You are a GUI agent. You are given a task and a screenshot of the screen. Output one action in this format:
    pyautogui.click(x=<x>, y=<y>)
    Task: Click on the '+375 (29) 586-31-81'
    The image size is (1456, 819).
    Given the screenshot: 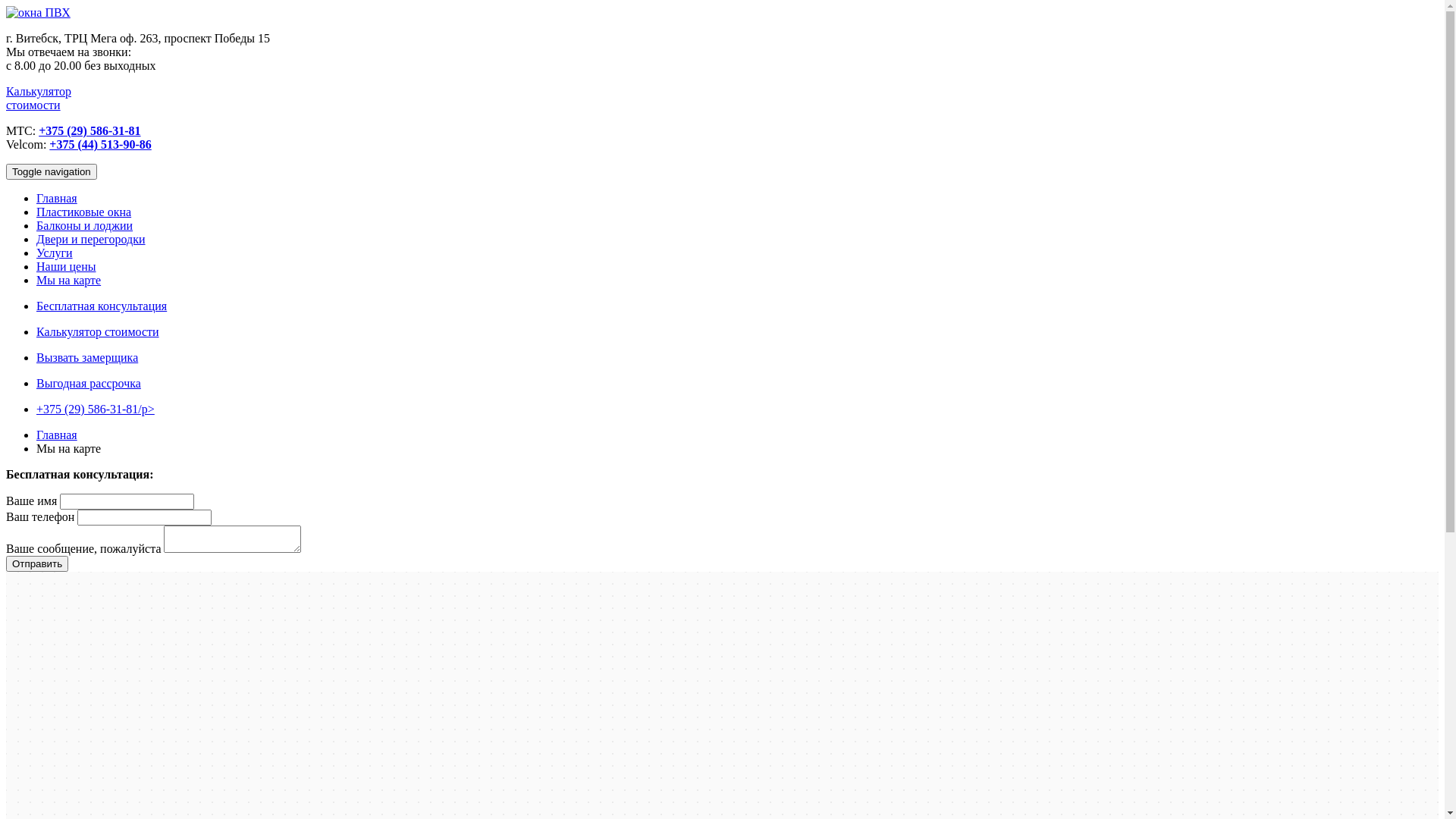 What is the action you would take?
    pyautogui.click(x=89, y=130)
    